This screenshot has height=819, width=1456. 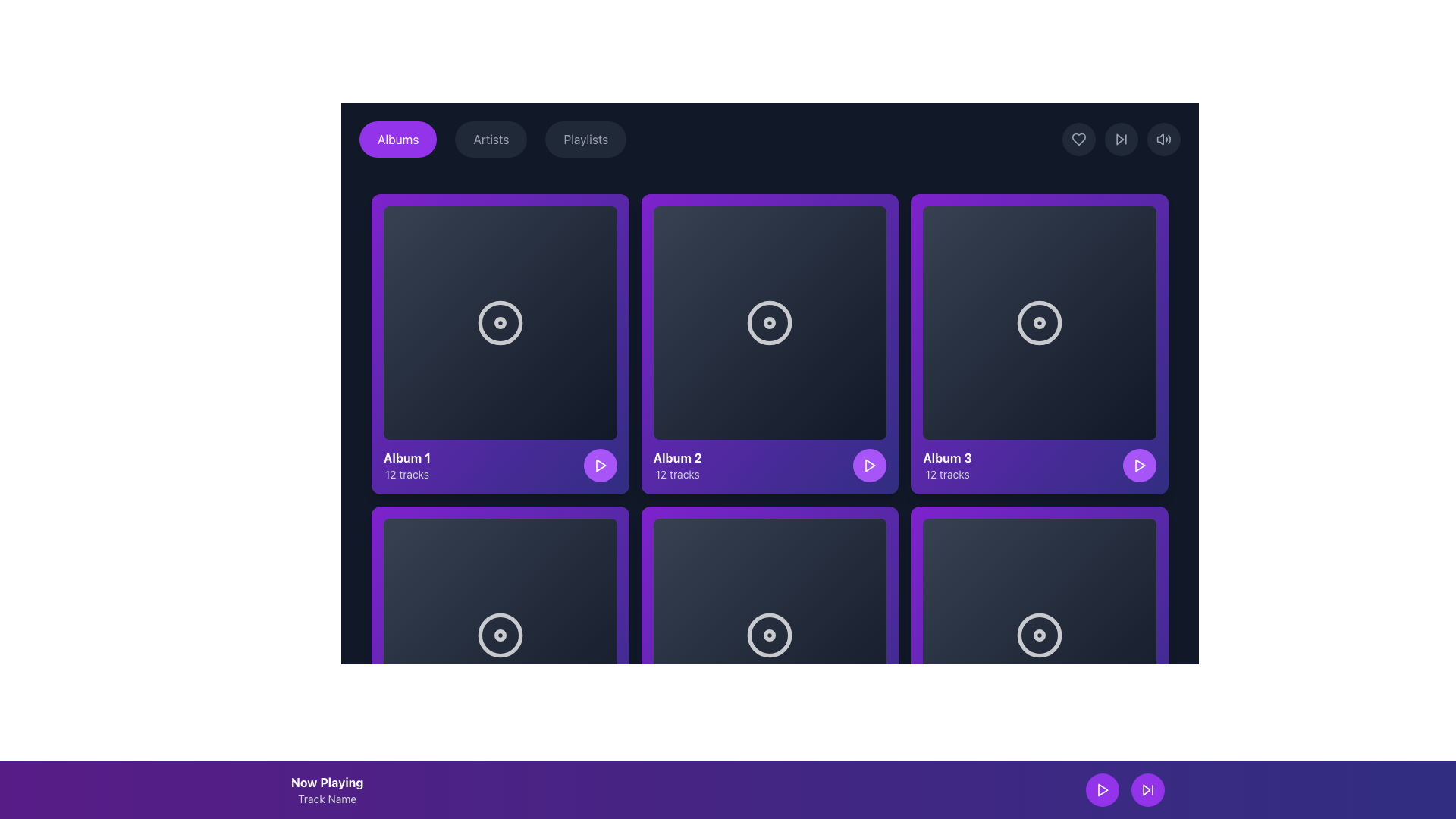 I want to click on the play button located in the bottom-right section of the 'Album 3' card, so click(x=1139, y=464).